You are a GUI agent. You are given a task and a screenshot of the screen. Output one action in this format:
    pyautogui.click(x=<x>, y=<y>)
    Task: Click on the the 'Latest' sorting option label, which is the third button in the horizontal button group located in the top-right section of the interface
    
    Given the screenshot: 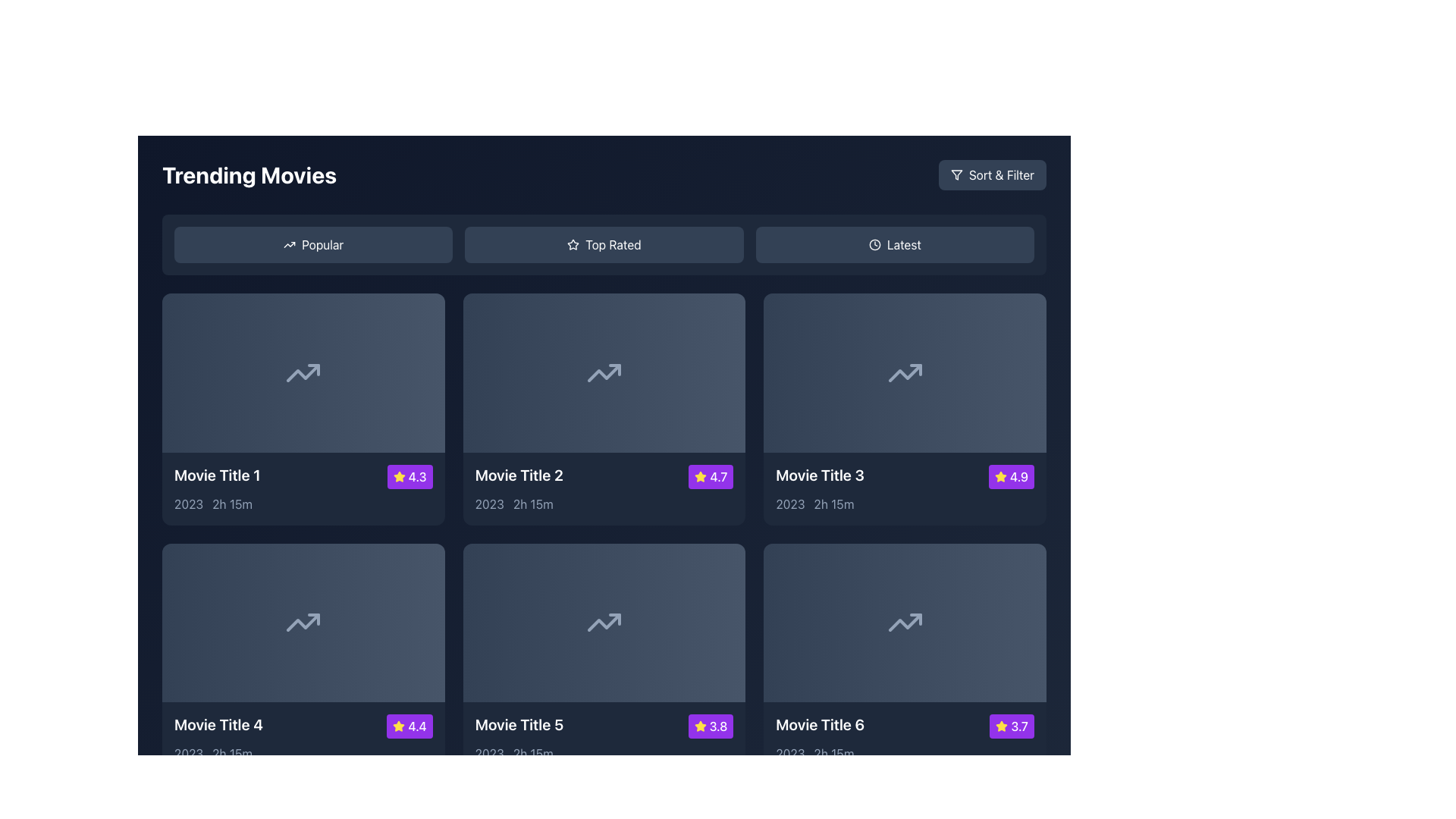 What is the action you would take?
    pyautogui.click(x=904, y=244)
    